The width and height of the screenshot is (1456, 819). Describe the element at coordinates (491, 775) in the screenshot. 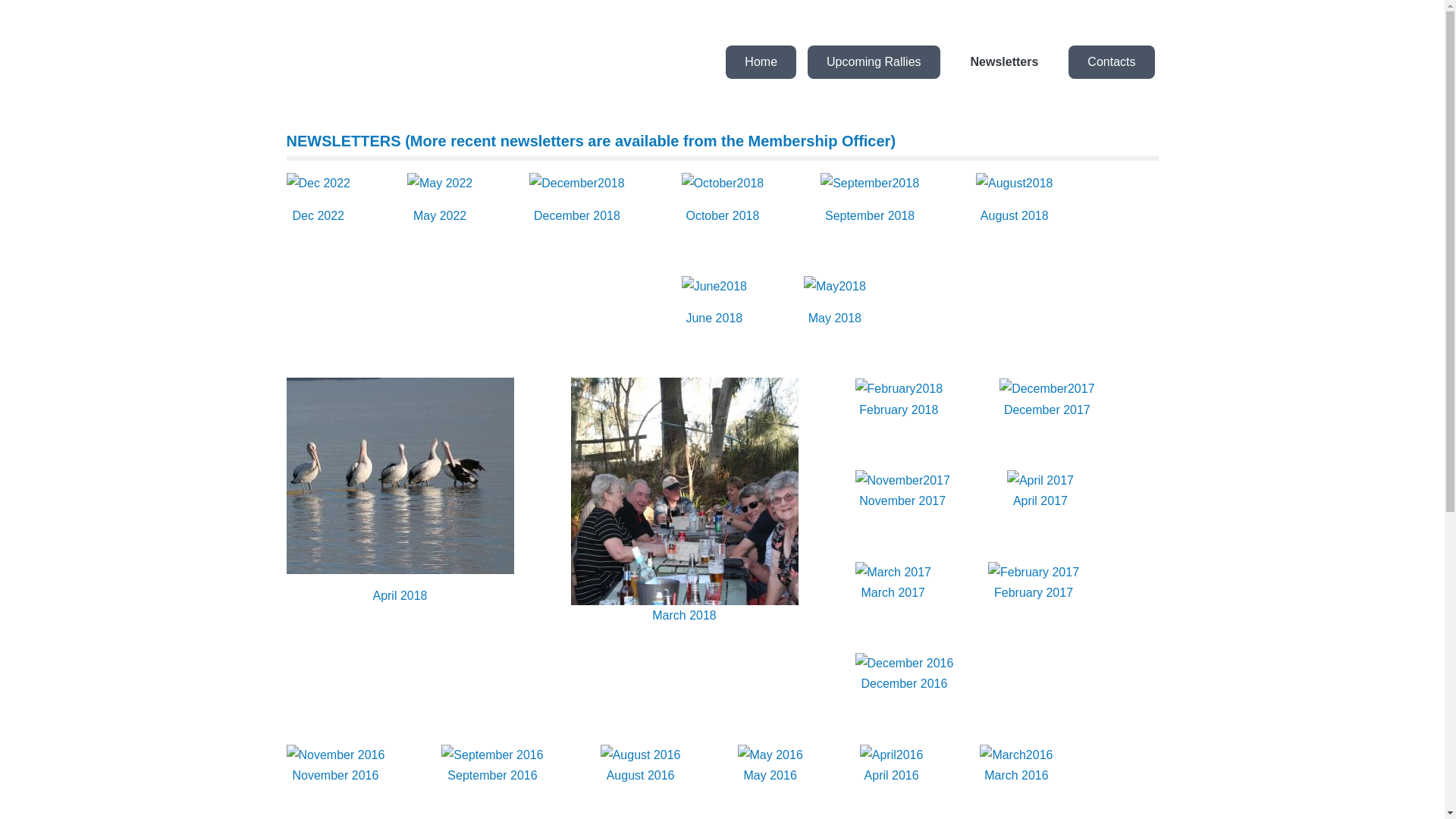

I see `'September 2016'` at that location.